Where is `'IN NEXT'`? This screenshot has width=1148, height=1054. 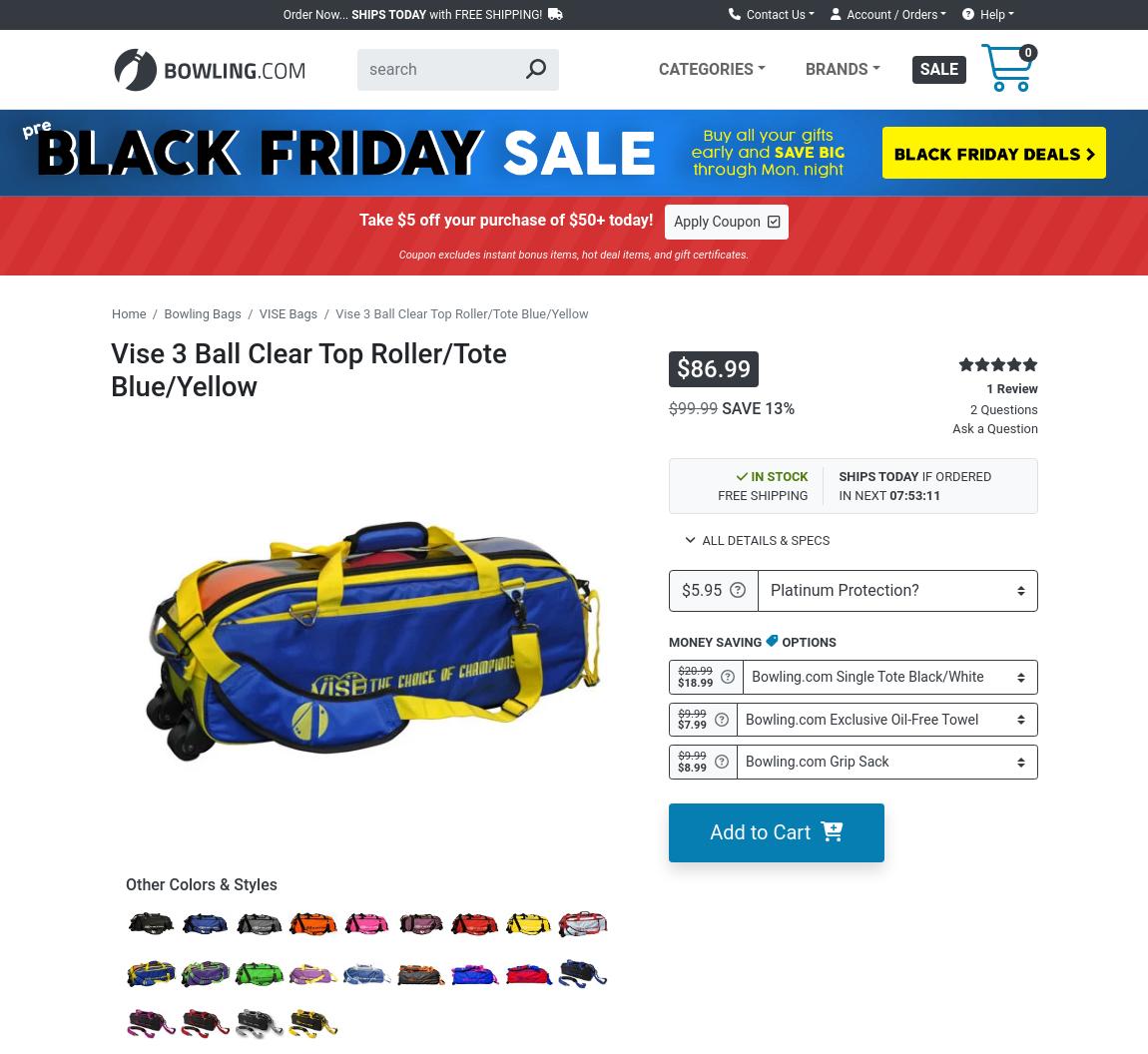
'IN NEXT' is located at coordinates (863, 494).